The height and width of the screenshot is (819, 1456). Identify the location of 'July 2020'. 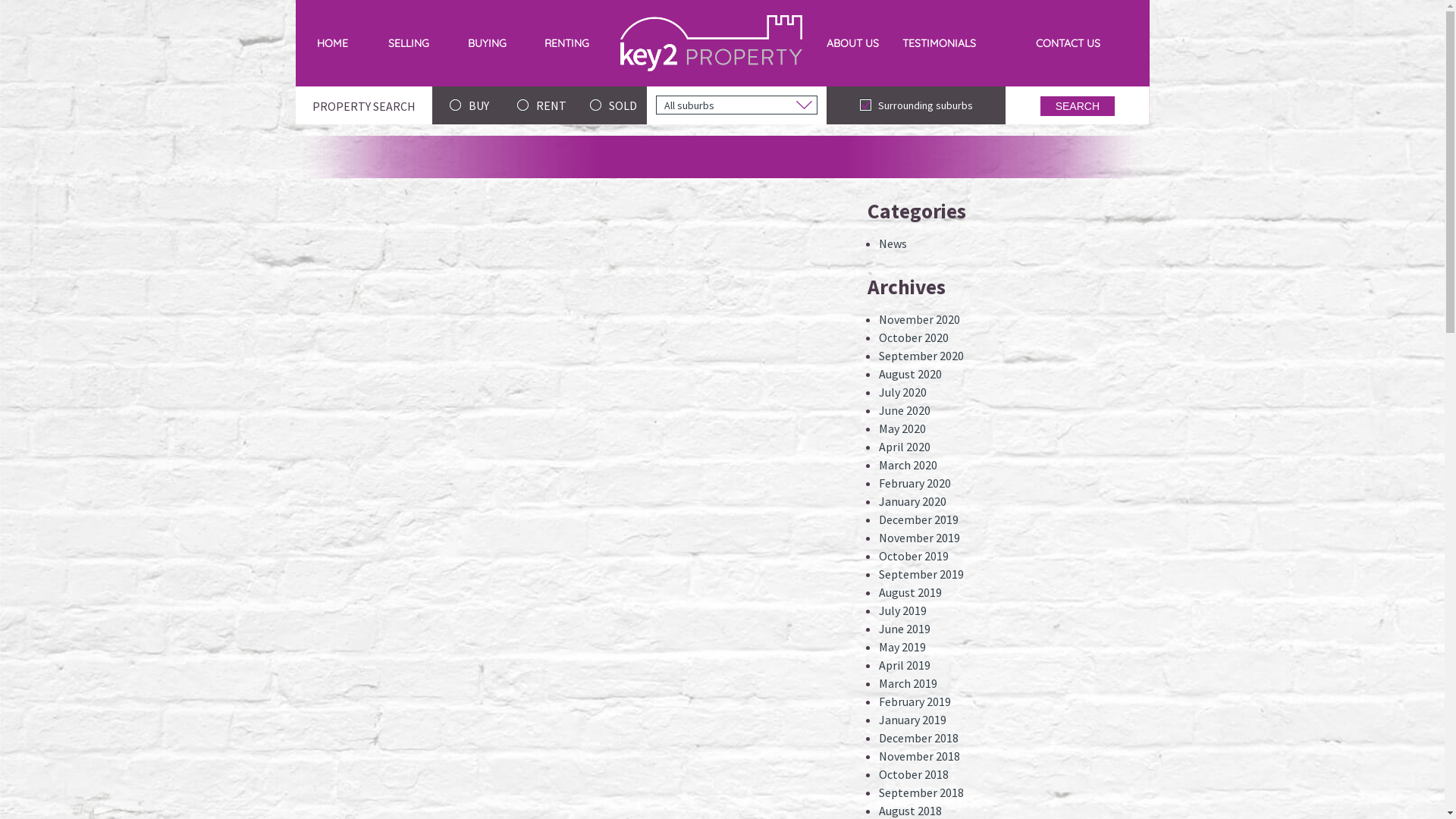
(902, 391).